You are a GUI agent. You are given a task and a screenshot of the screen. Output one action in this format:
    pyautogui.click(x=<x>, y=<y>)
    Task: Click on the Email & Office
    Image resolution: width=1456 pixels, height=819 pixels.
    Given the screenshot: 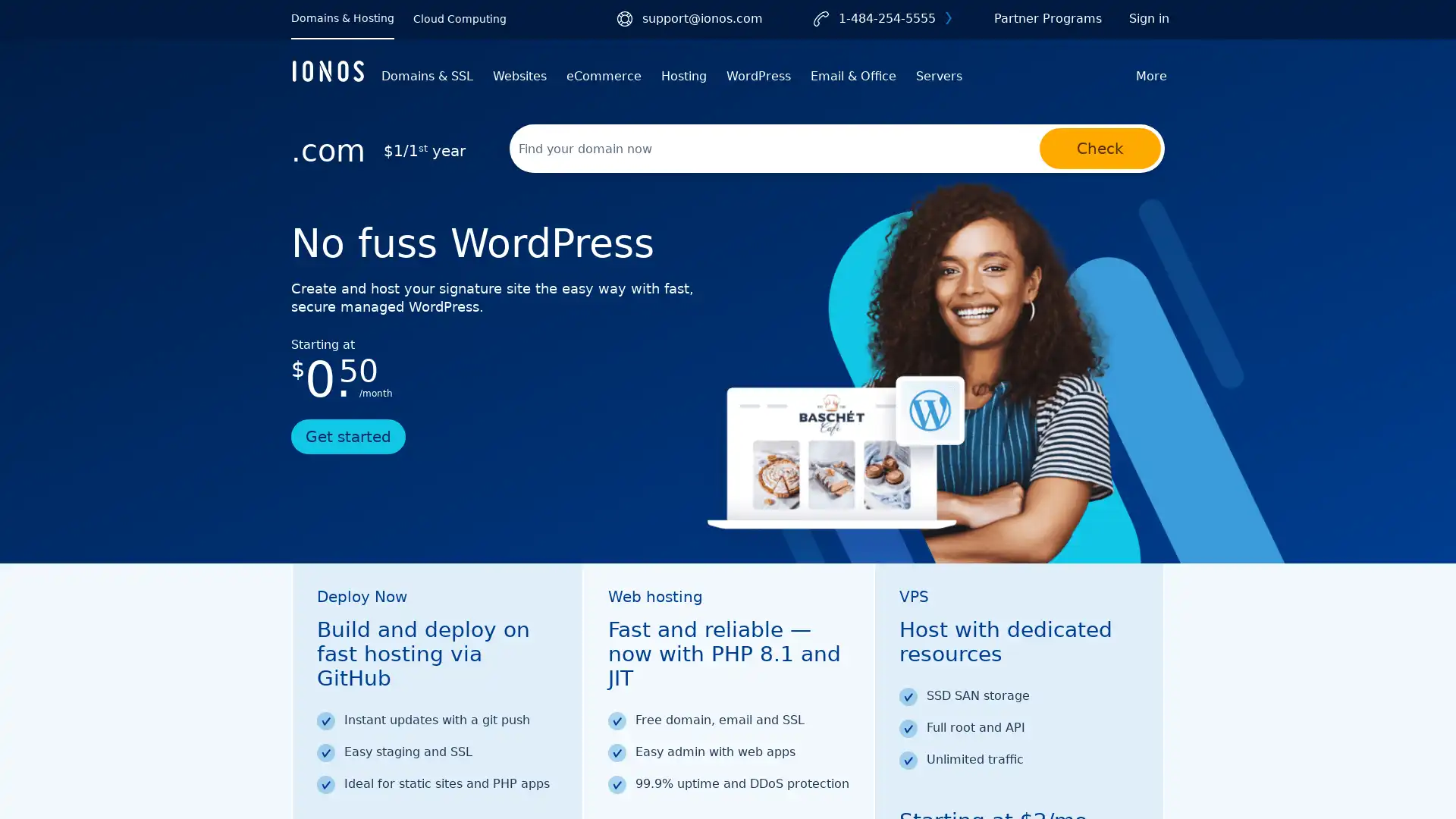 What is the action you would take?
    pyautogui.click(x=836, y=76)
    